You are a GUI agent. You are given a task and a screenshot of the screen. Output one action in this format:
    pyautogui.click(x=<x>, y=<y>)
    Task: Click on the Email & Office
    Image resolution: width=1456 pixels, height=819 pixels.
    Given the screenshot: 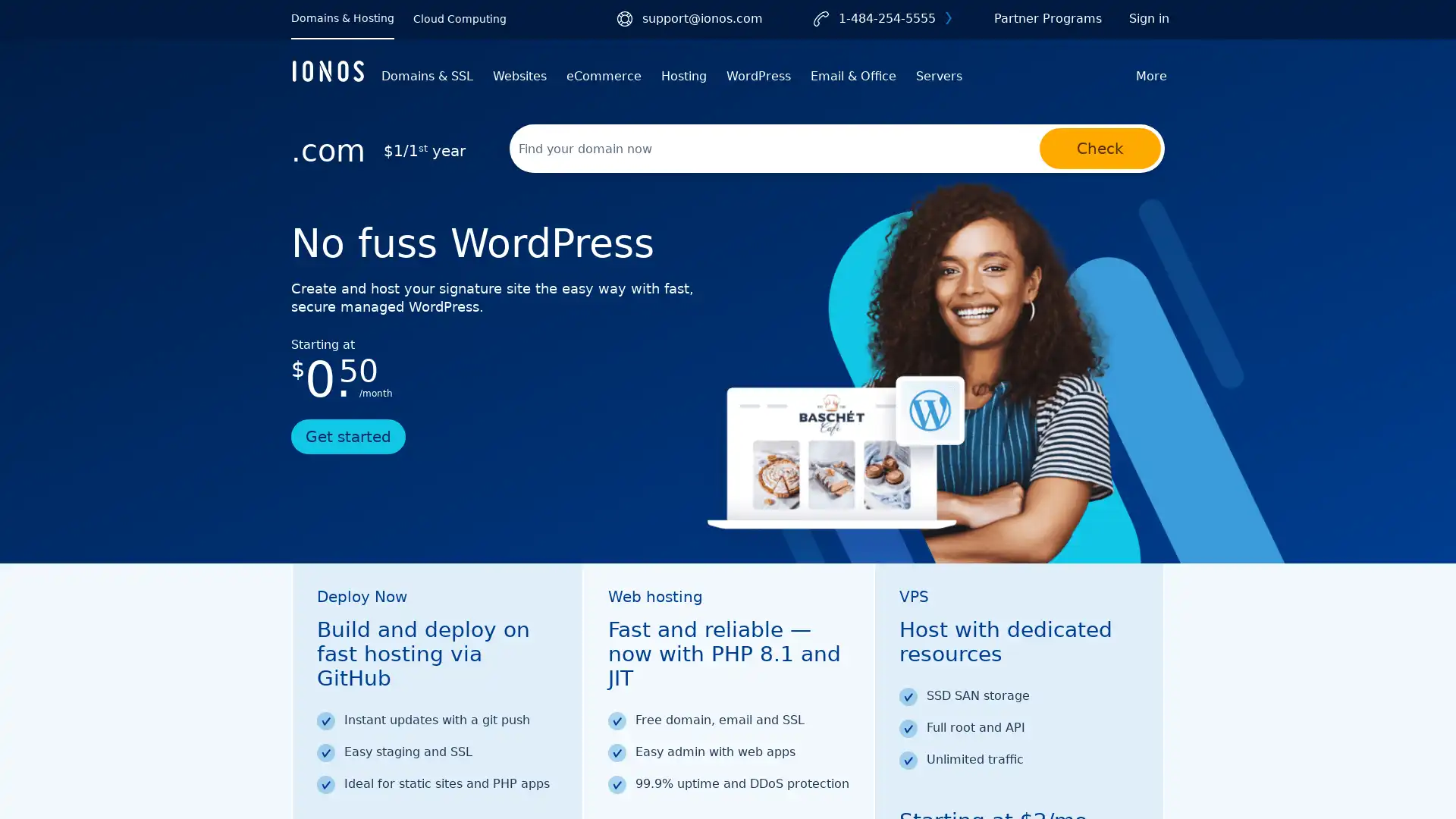 What is the action you would take?
    pyautogui.click(x=836, y=76)
    